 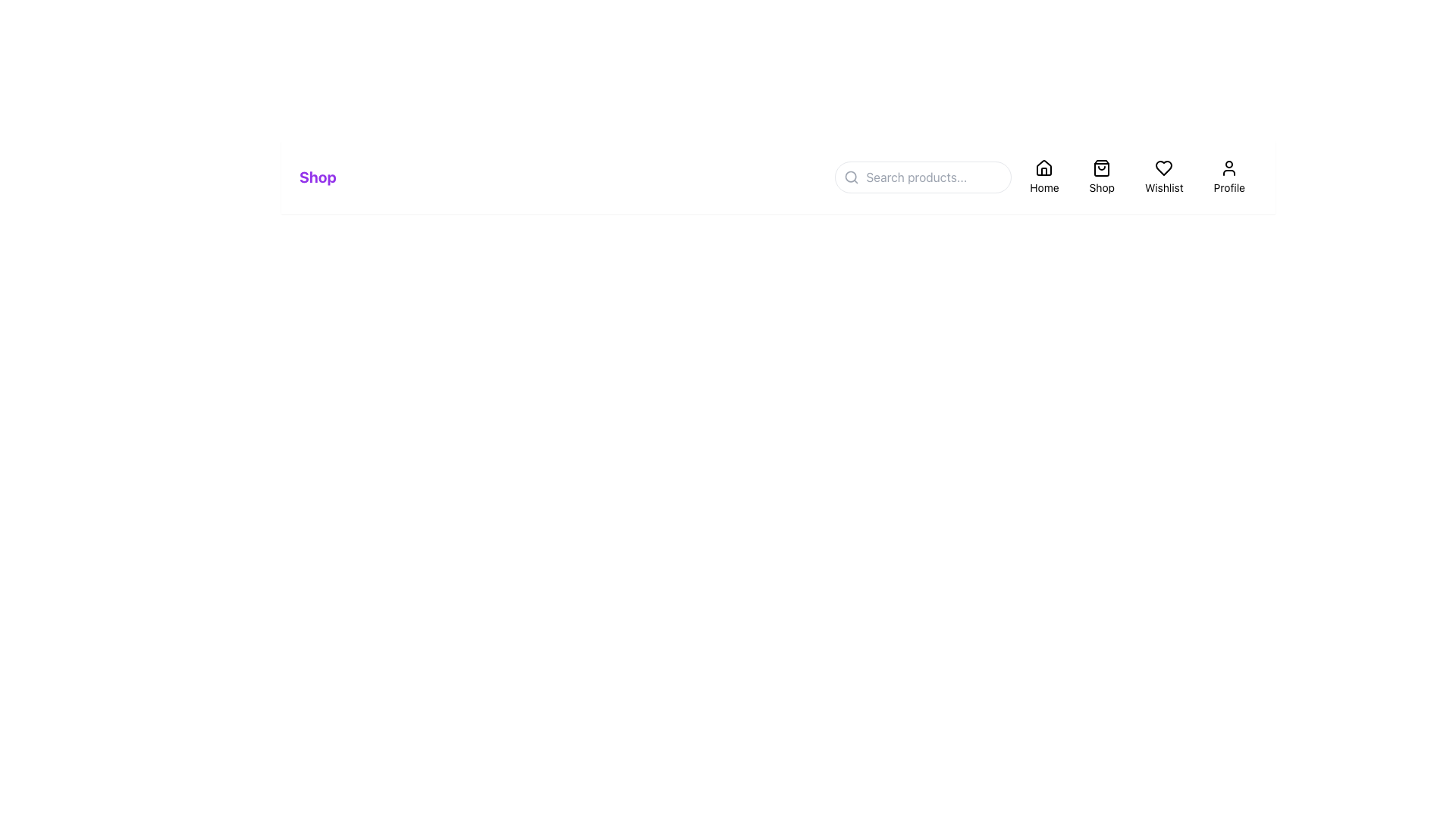 I want to click on the 'Home' navigation label located in the top-right area of the navigation bar, positioned below the house icon, so click(x=1043, y=187).